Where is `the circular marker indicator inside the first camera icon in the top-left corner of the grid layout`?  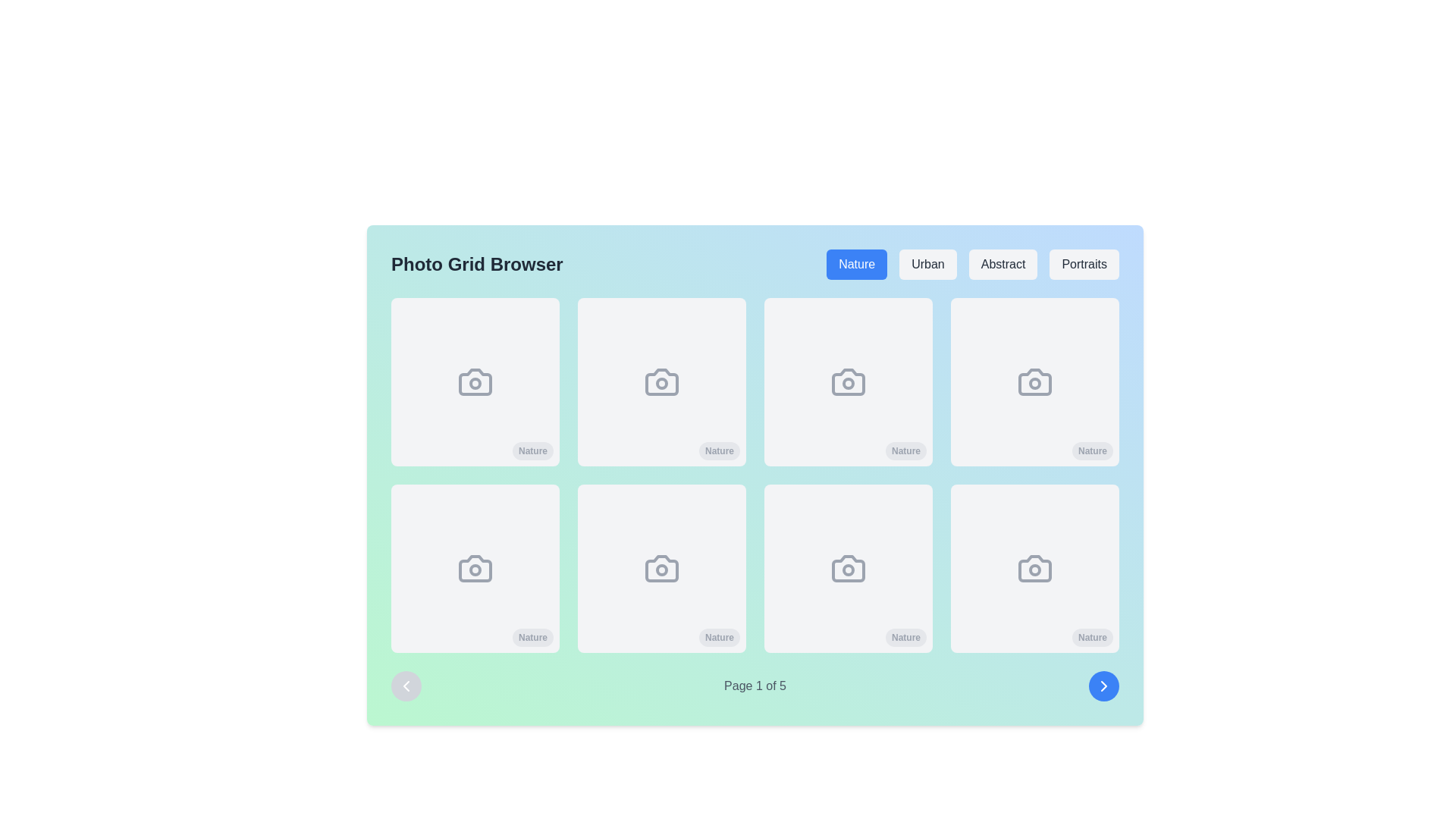
the circular marker indicator inside the first camera icon in the top-left corner of the grid layout is located at coordinates (475, 382).